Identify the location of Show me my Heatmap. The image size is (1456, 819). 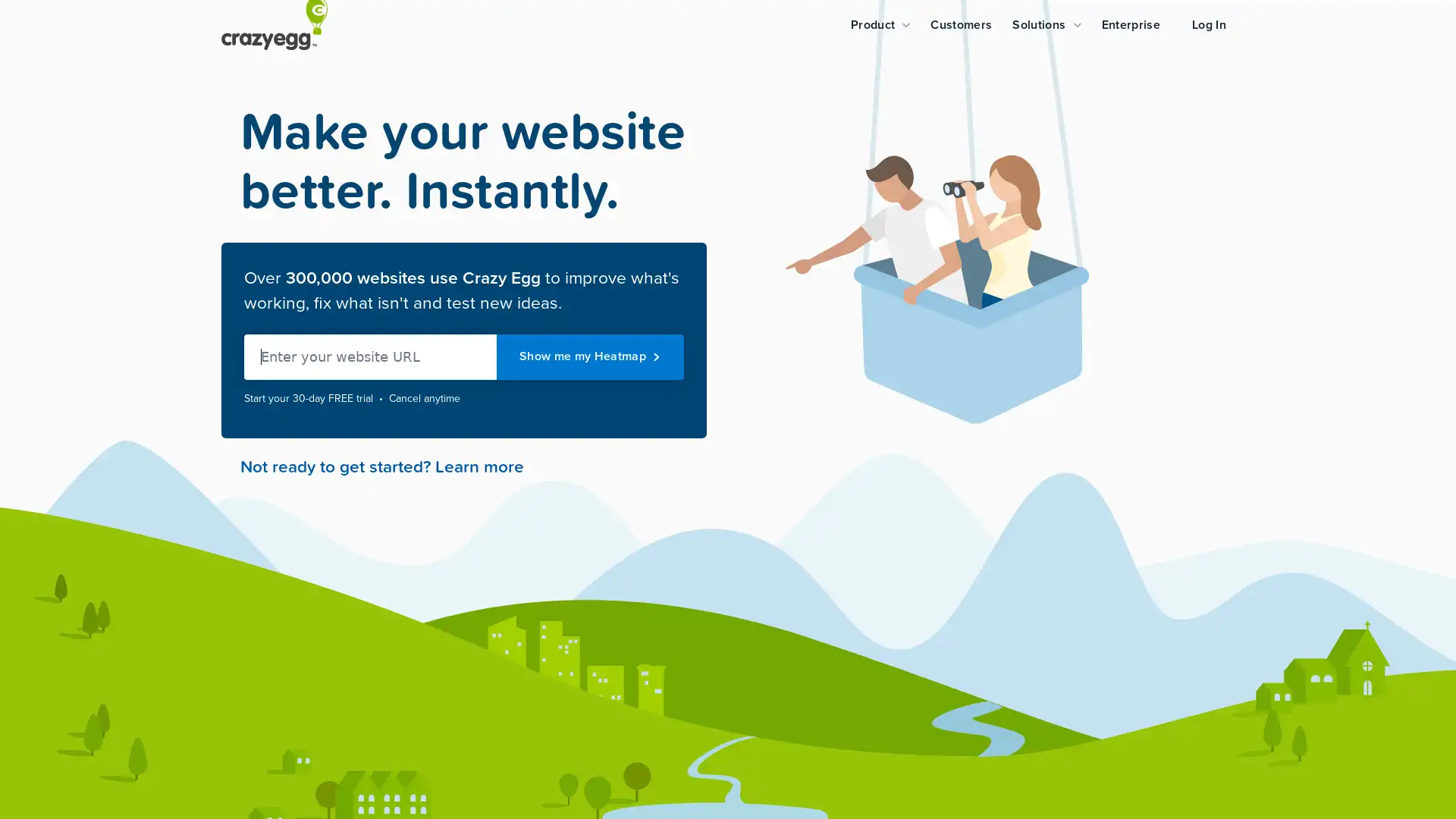
(588, 371).